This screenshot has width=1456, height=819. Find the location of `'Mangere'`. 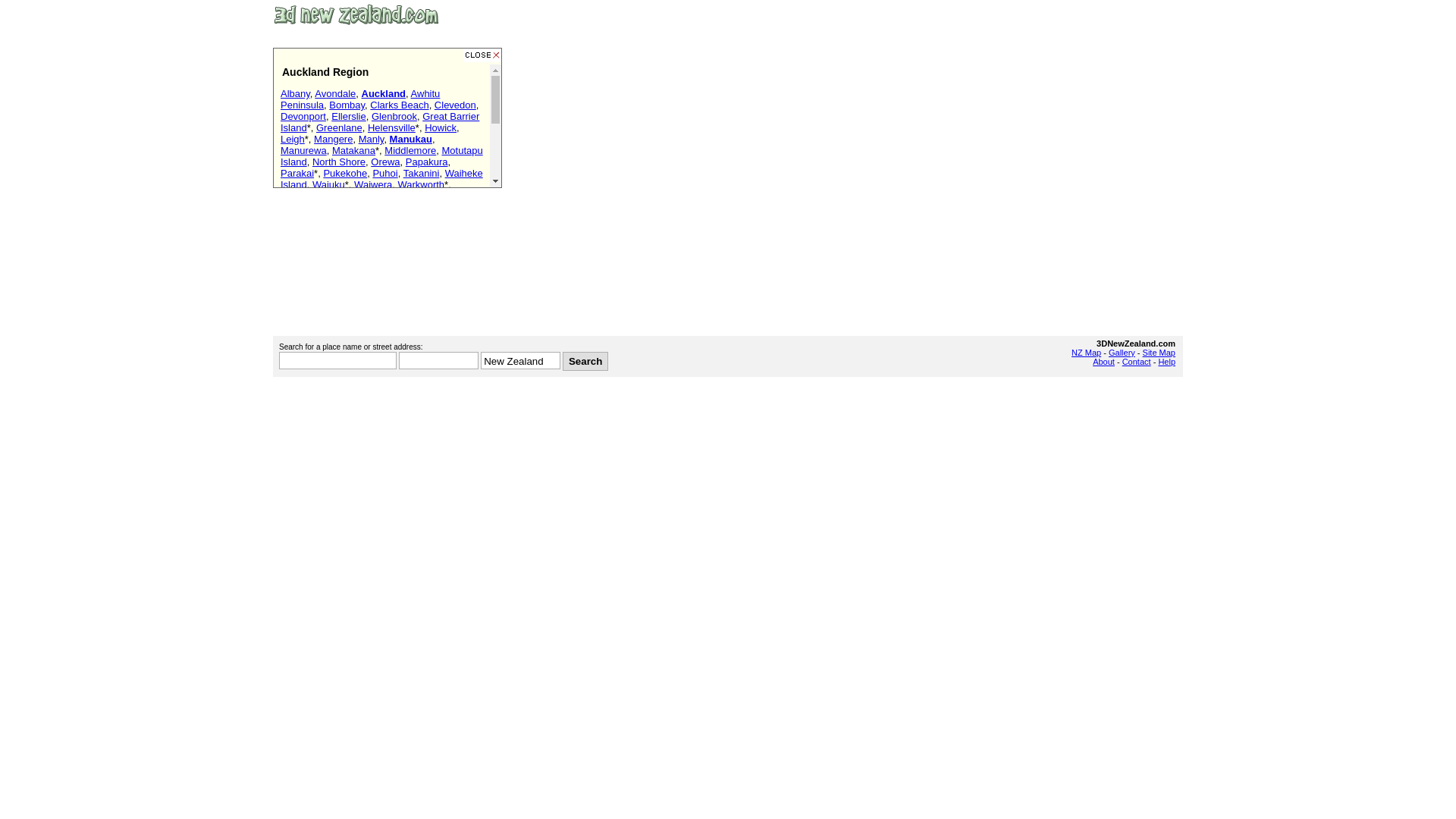

'Mangere' is located at coordinates (312, 139).